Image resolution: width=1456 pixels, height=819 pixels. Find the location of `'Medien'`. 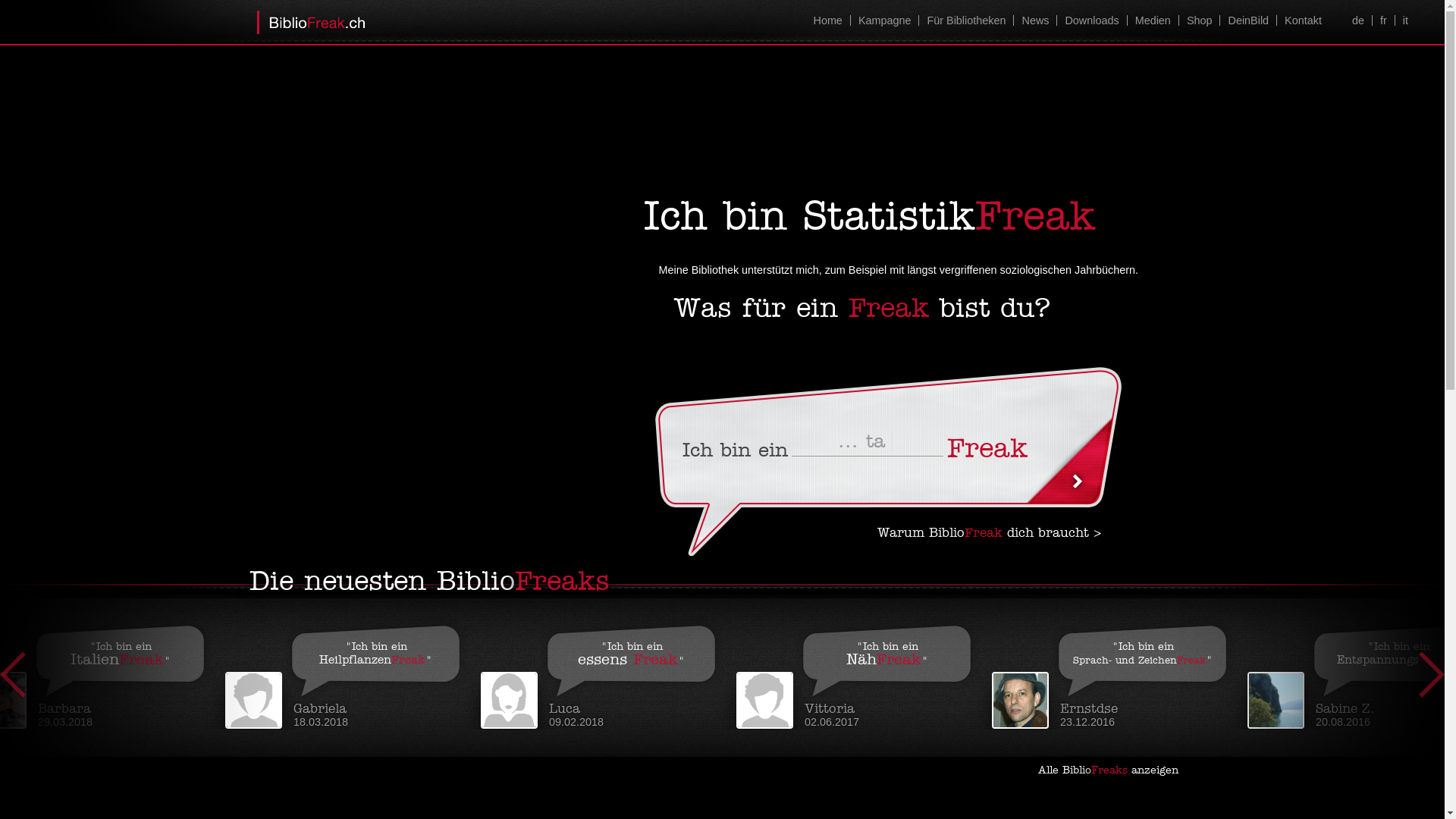

'Medien' is located at coordinates (1153, 20).